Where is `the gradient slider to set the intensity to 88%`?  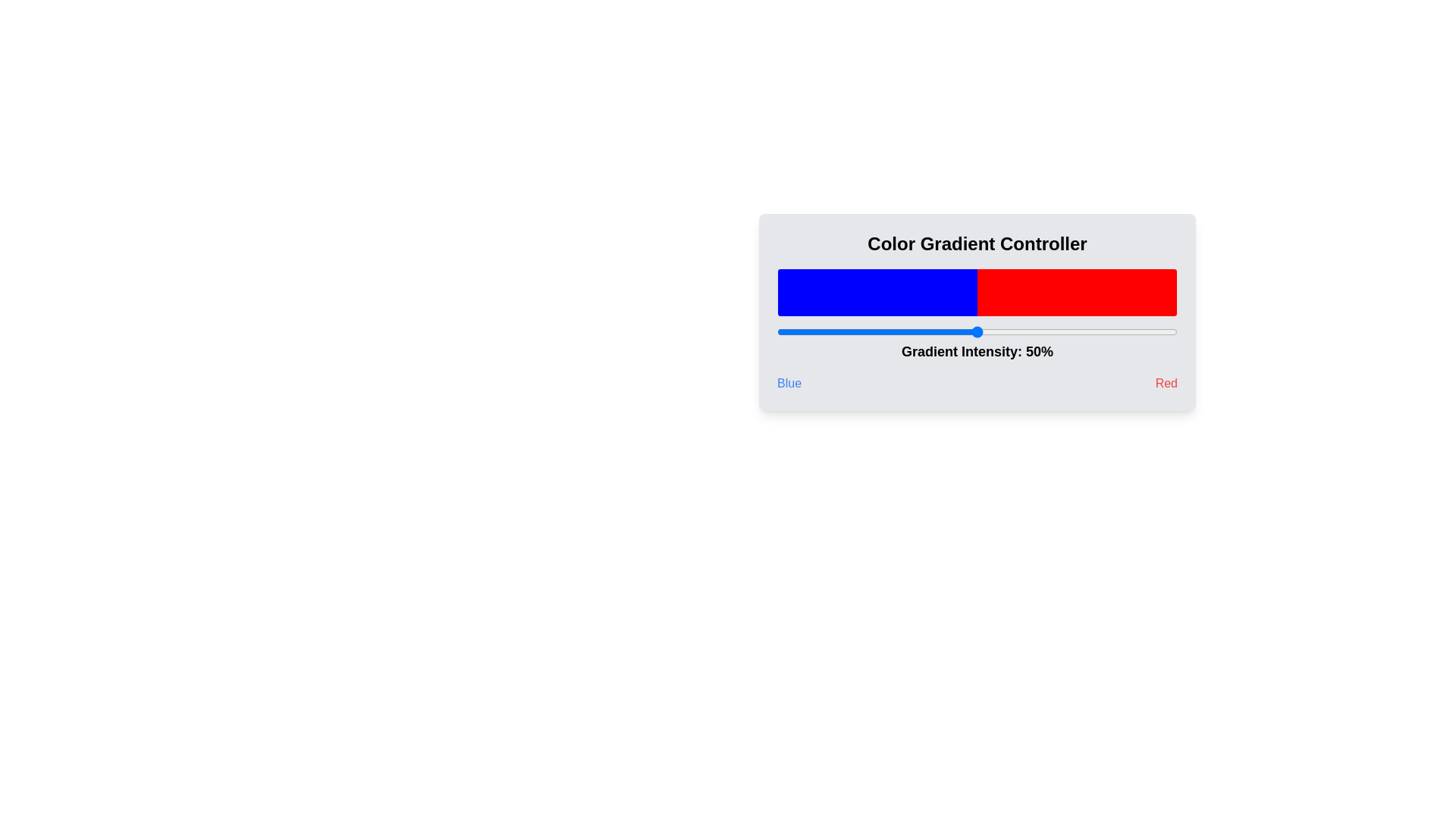 the gradient slider to set the intensity to 88% is located at coordinates (1129, 331).